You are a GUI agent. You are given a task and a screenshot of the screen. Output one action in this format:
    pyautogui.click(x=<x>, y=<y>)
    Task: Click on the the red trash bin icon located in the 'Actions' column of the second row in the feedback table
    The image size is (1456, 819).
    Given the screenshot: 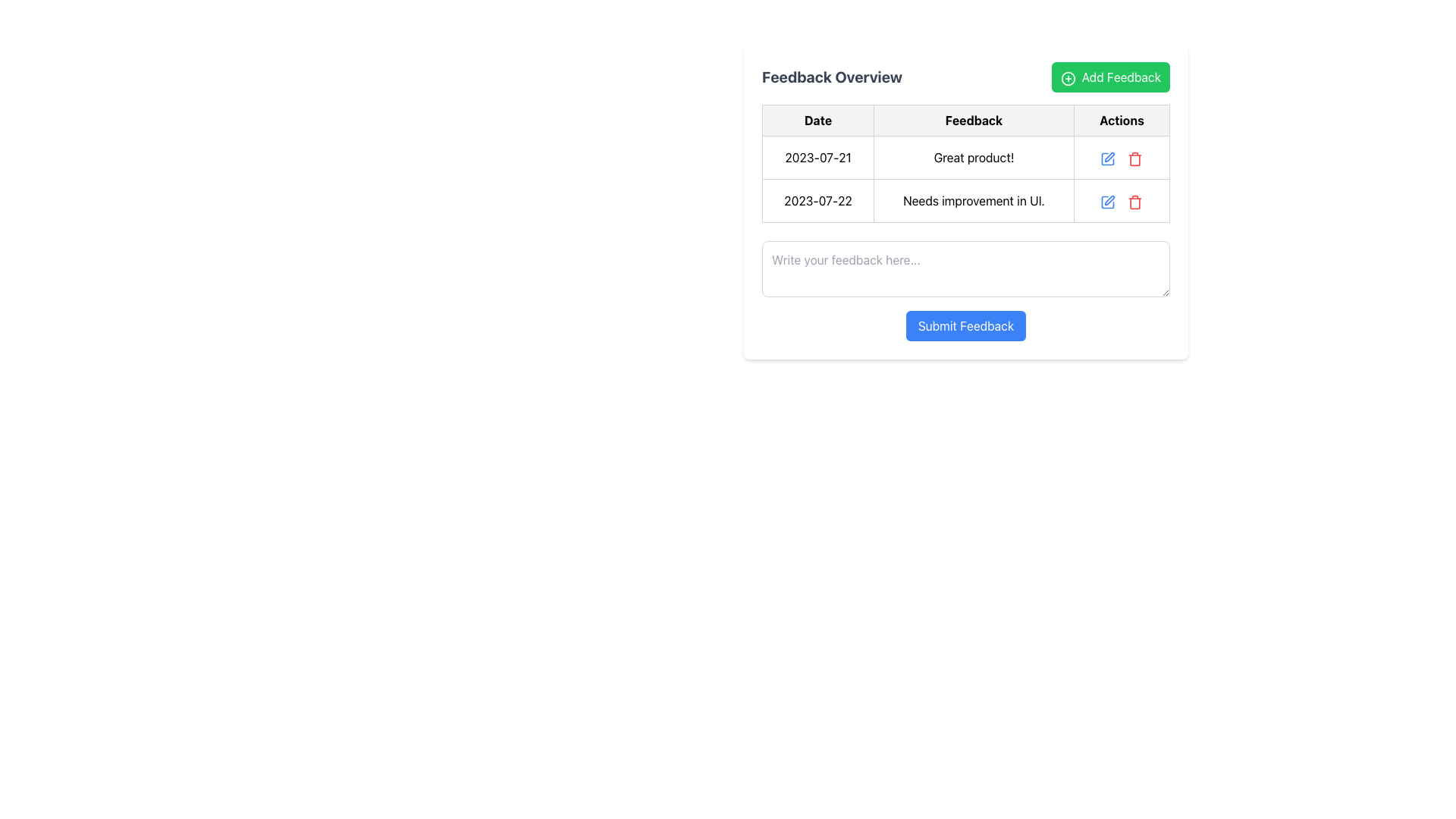 What is the action you would take?
    pyautogui.click(x=1135, y=201)
    